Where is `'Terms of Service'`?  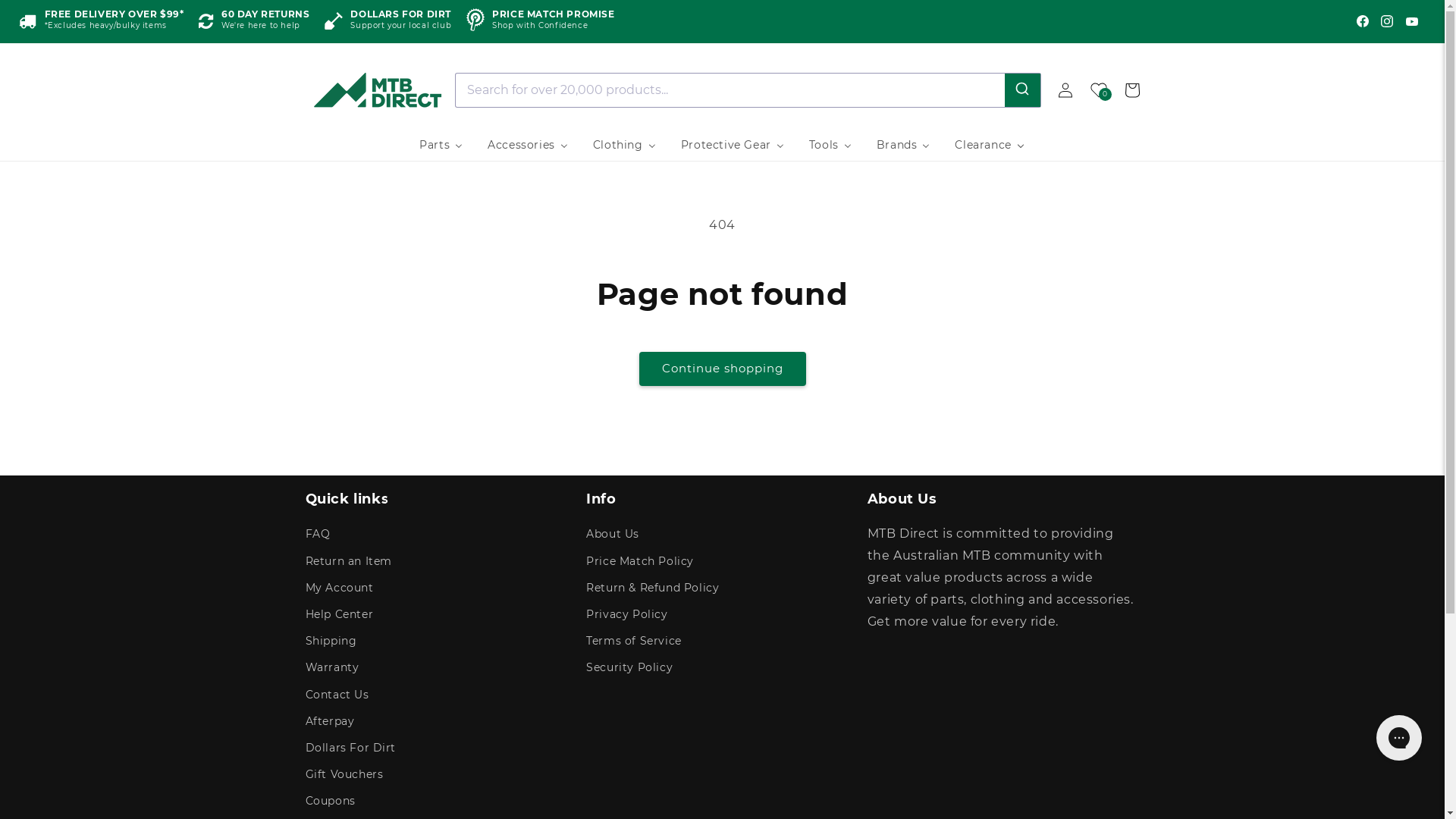
'Terms of Service' is located at coordinates (633, 641).